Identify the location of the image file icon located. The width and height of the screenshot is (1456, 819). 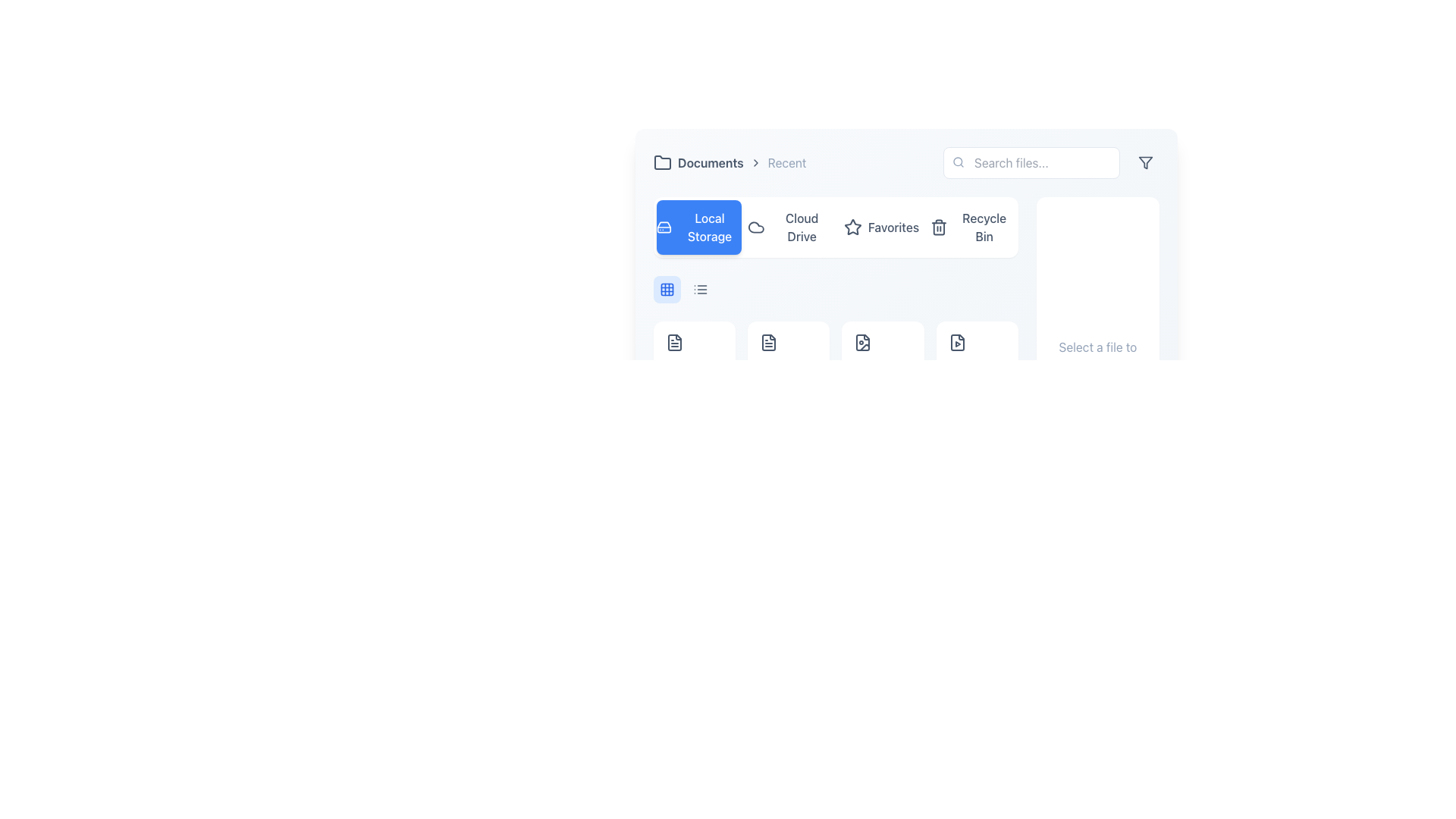
(862, 342).